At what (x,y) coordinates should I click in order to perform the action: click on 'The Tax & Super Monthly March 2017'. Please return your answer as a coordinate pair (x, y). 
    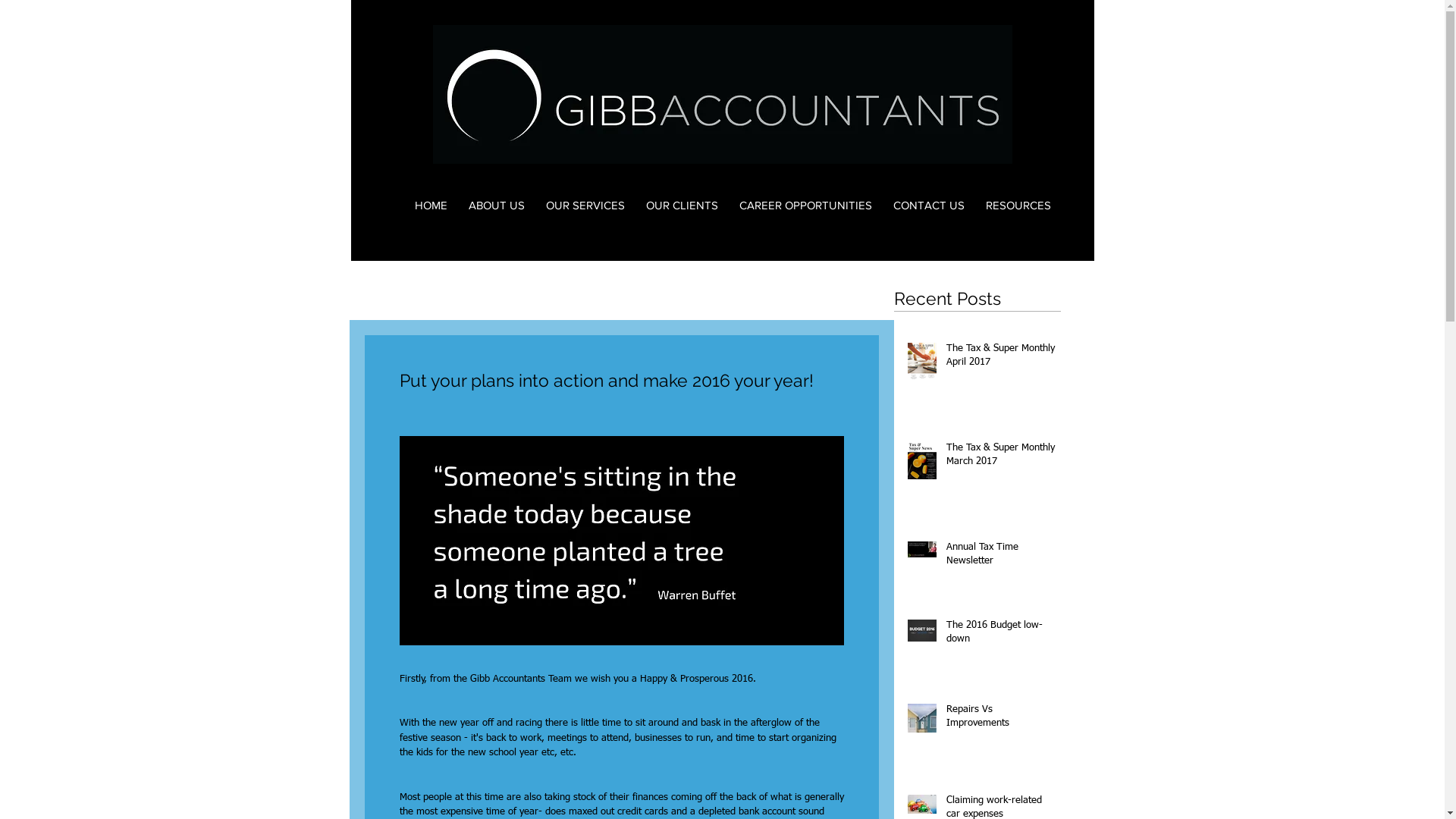
    Looking at the image, I should click on (1001, 457).